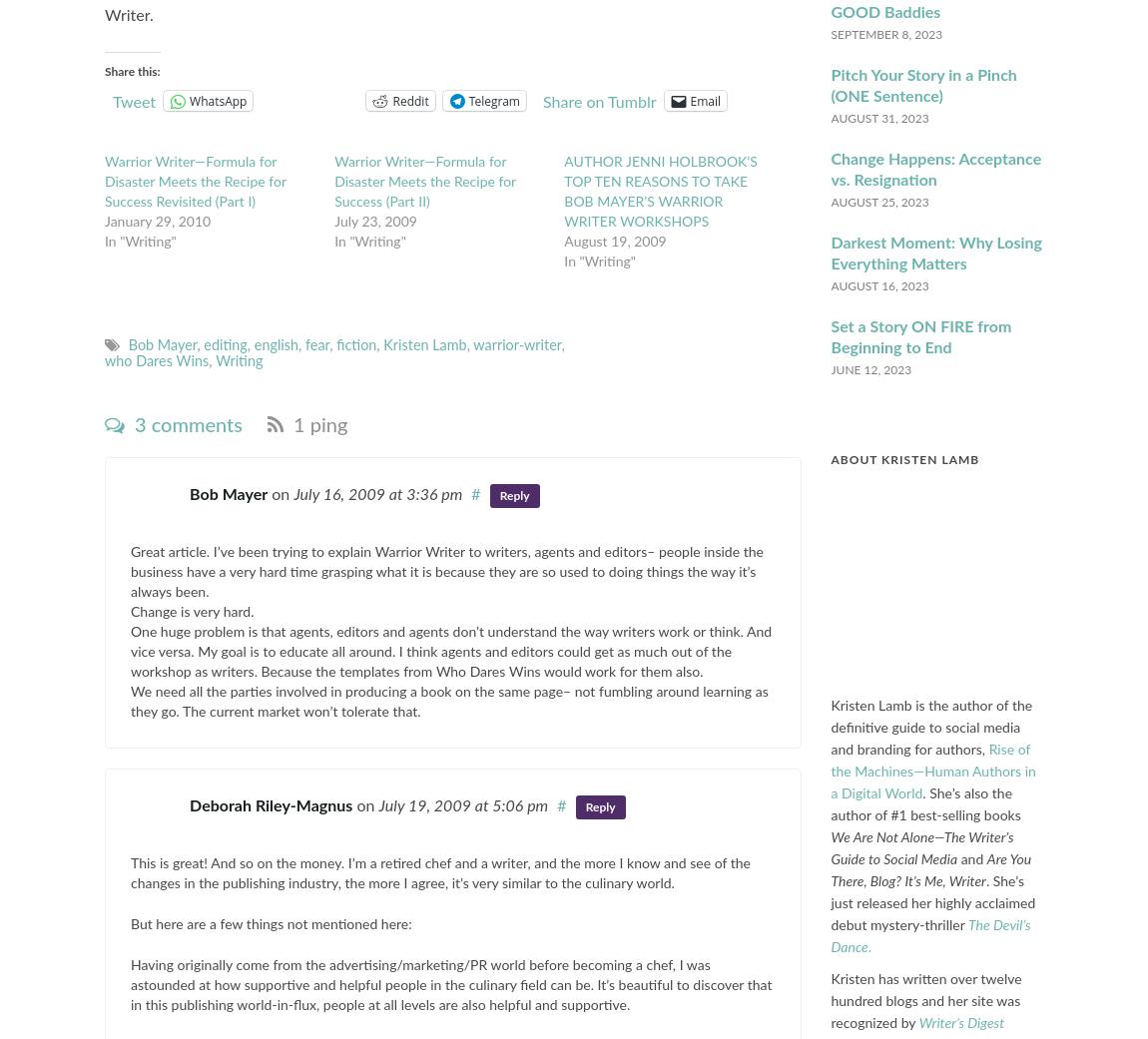 This screenshot has width=1148, height=1039. Describe the element at coordinates (930, 869) in the screenshot. I see `'Are You There, Blog? It’s Me, Writer'` at that location.